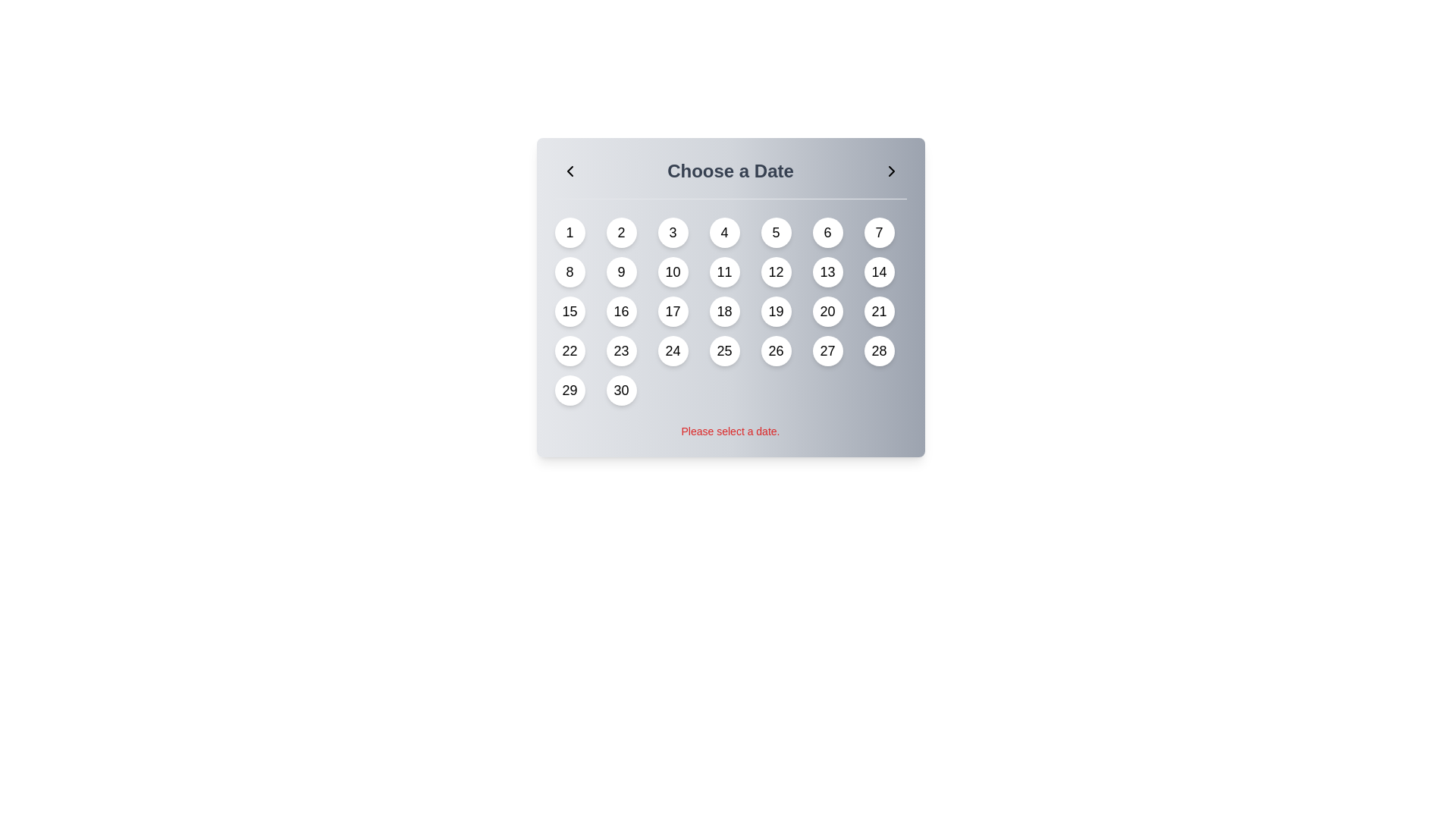 Image resolution: width=1456 pixels, height=819 pixels. What do you see at coordinates (776, 271) in the screenshot?
I see `the circular button with a white background and a black '12' centered on it` at bounding box center [776, 271].